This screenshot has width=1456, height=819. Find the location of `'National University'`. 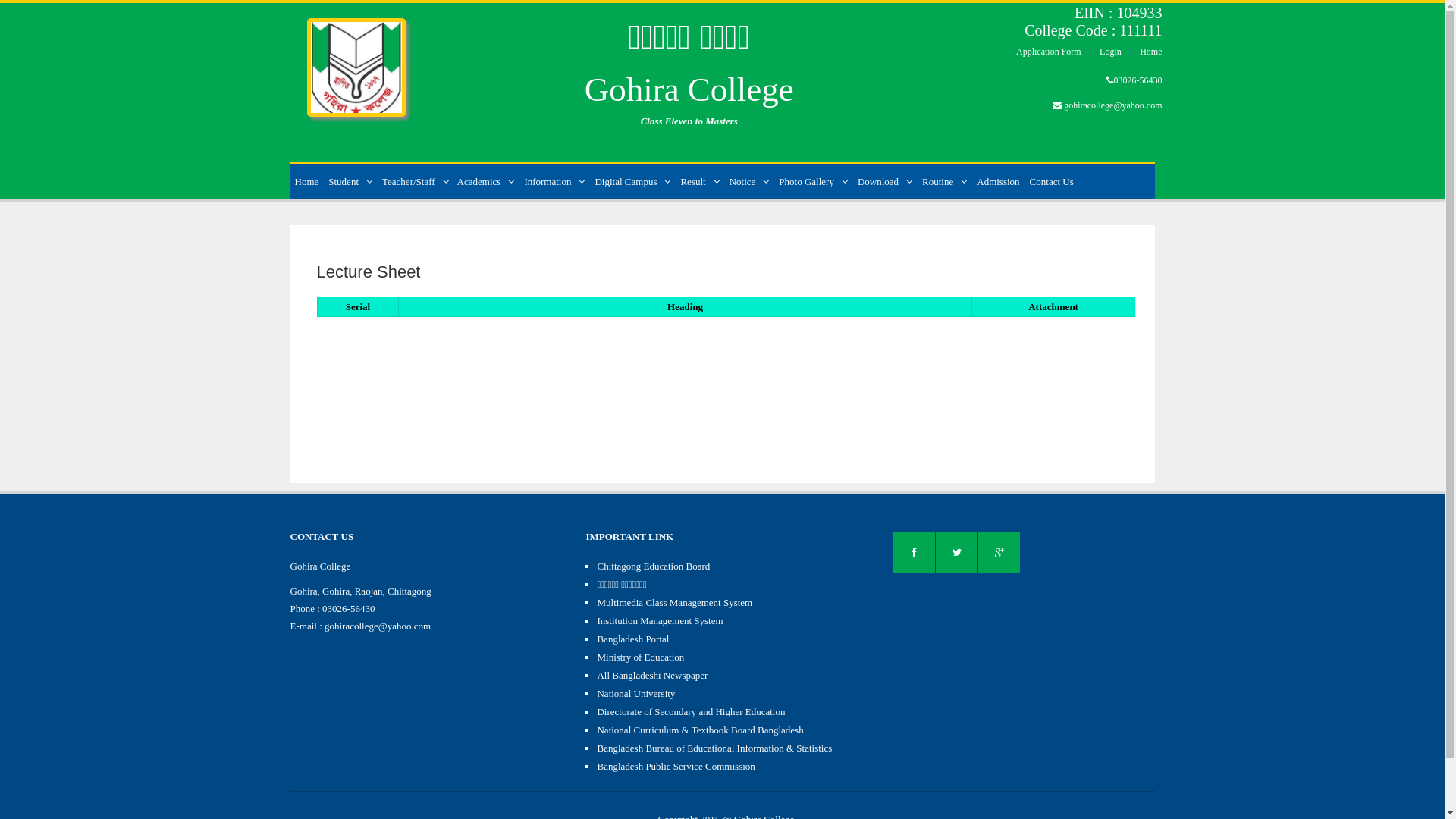

'National University' is located at coordinates (635, 693).